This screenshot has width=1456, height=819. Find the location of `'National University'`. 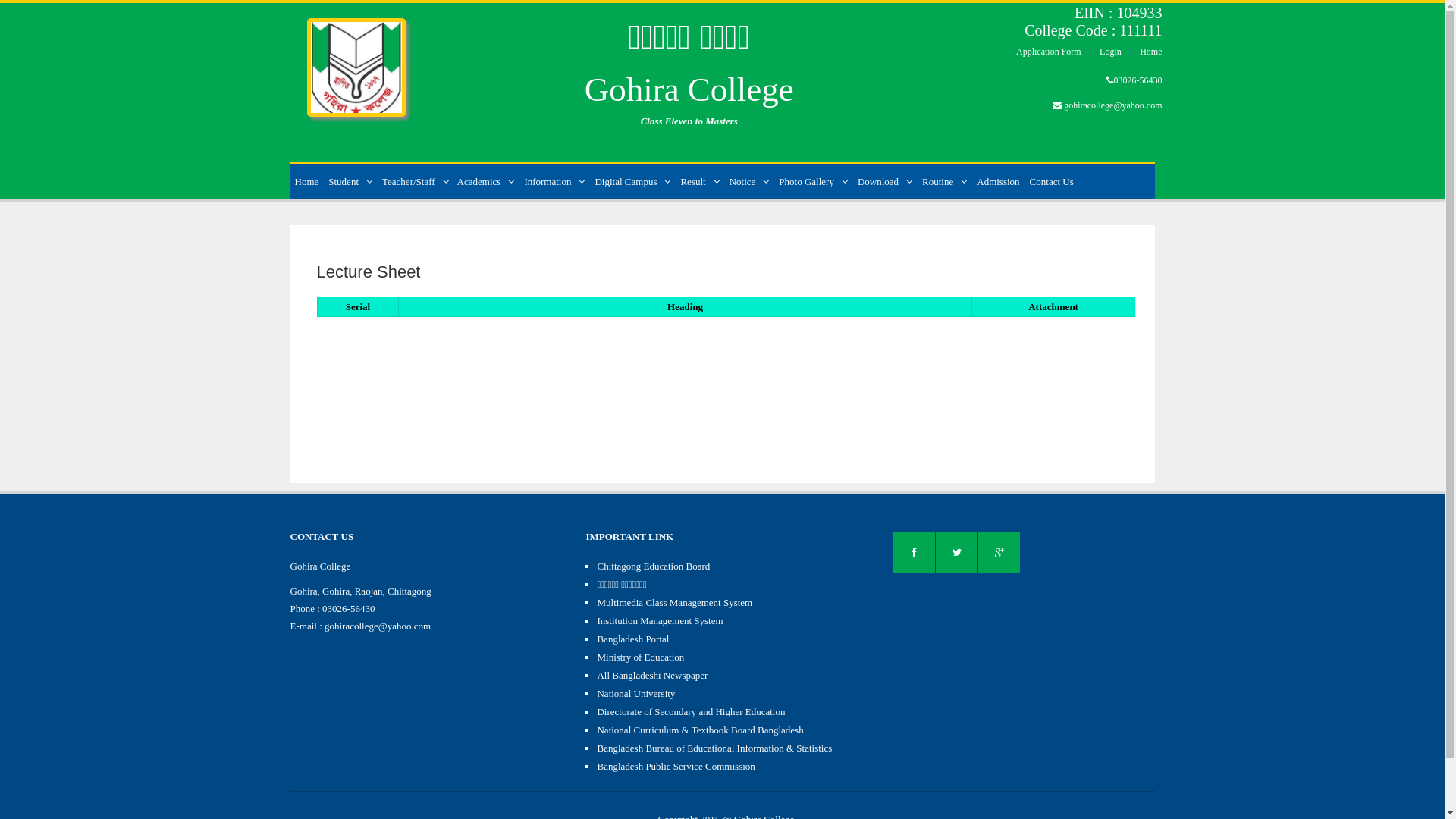

'National University' is located at coordinates (635, 693).